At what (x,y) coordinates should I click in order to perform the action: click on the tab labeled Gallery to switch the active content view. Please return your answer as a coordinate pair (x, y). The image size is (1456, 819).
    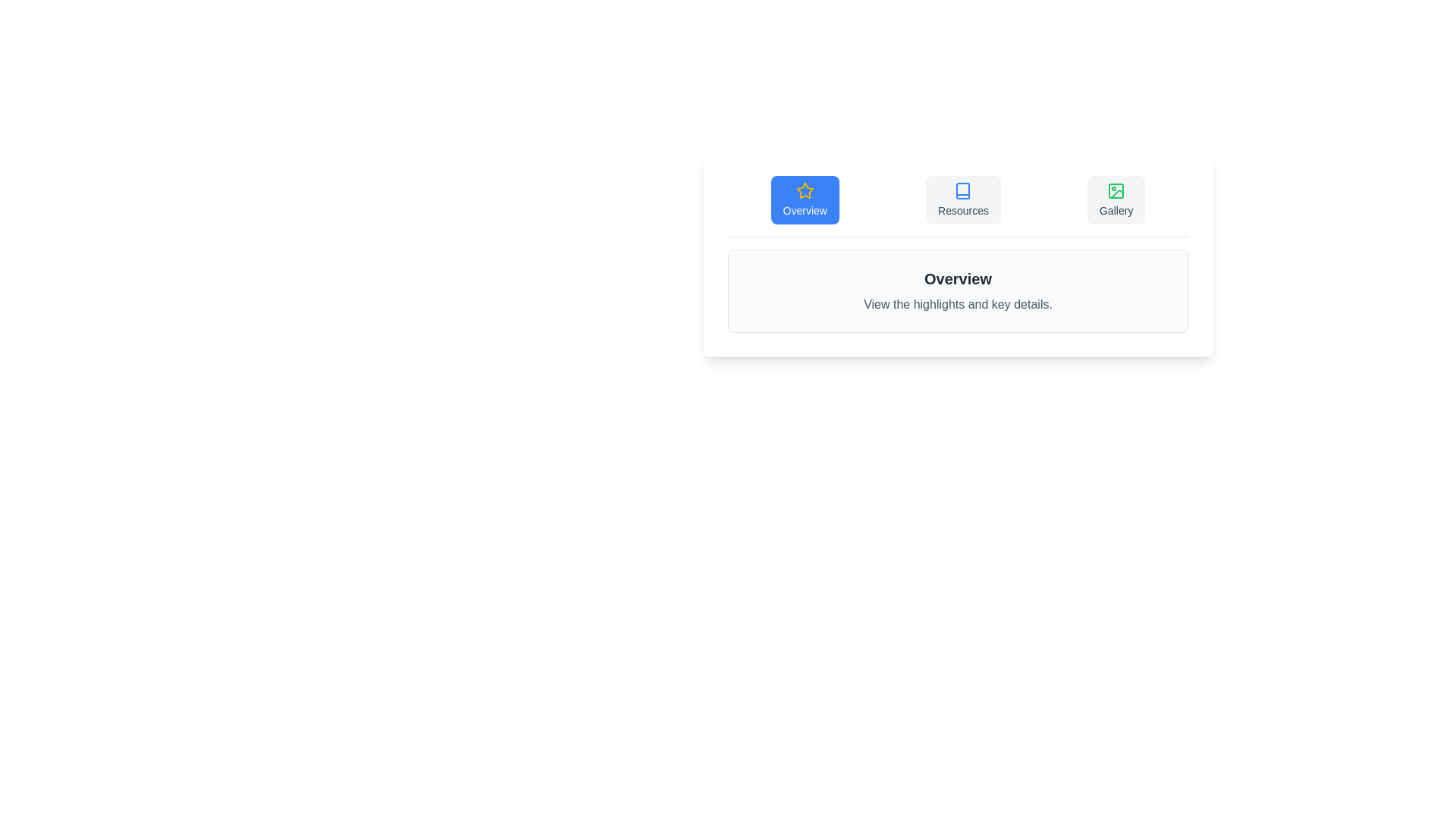
    Looking at the image, I should click on (1116, 199).